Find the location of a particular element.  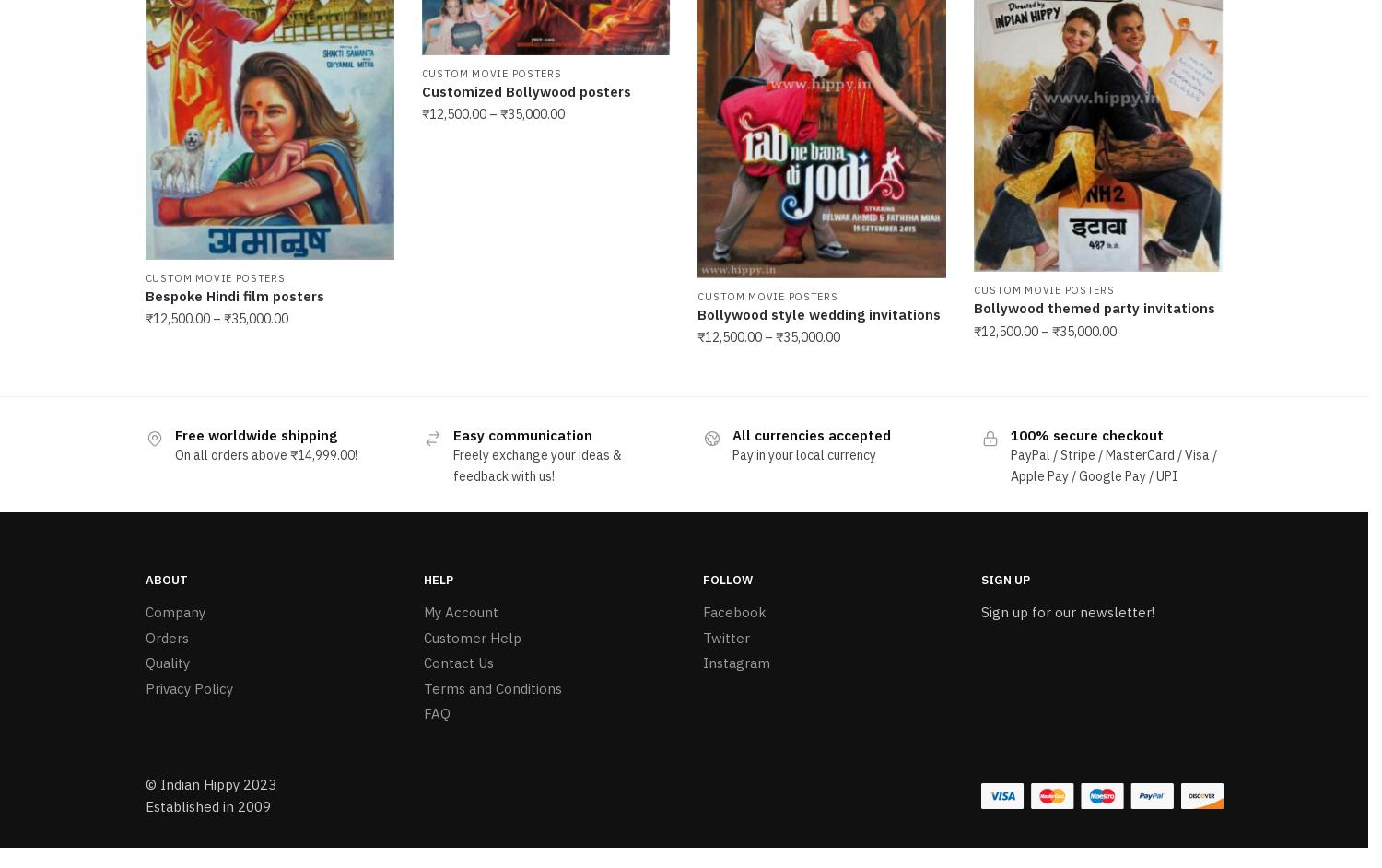

'© Indian Hippy 2023' is located at coordinates (209, 780).